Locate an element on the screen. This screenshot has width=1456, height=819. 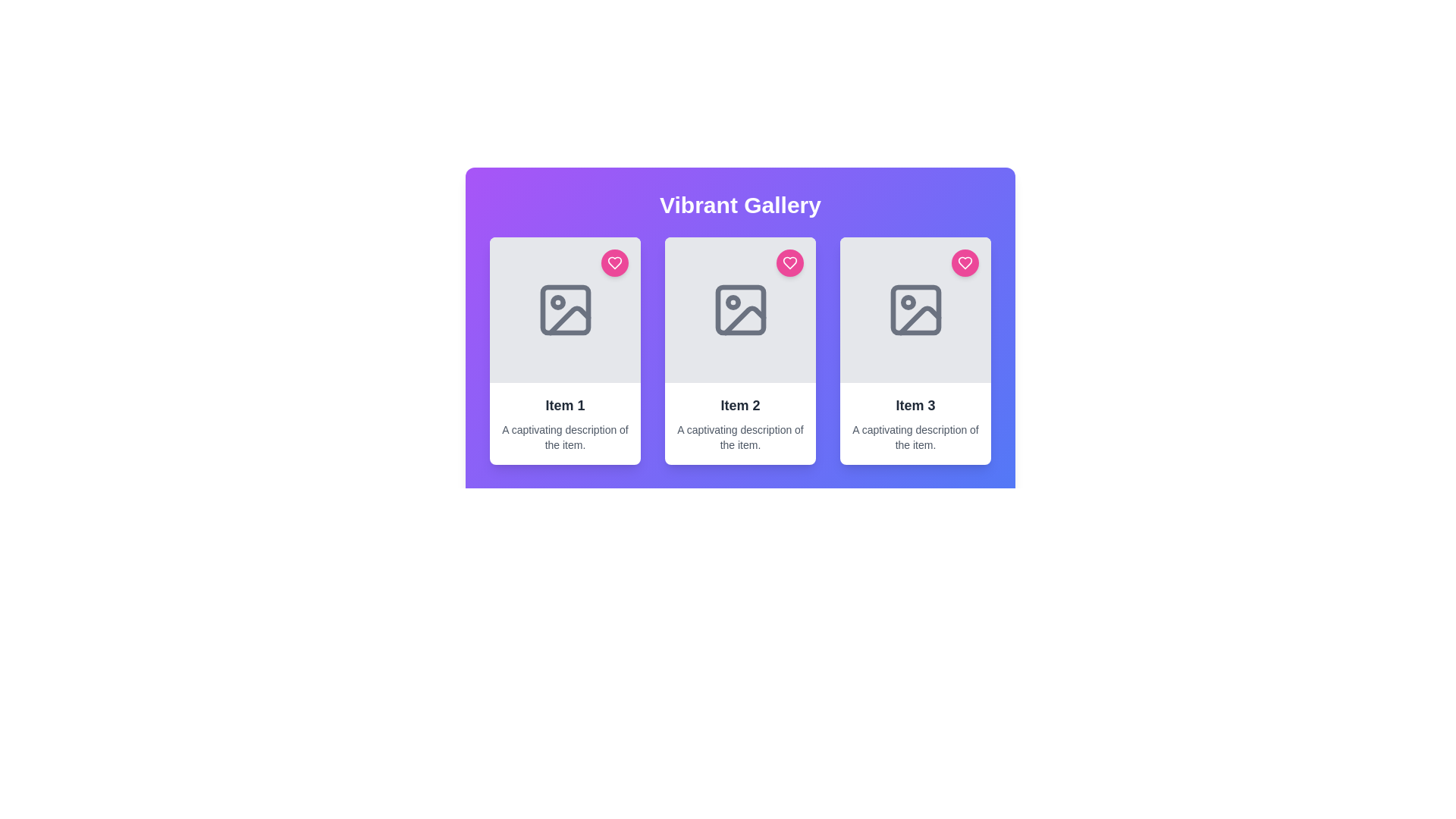
the text block element containing the heading 'Item 1' and the description is located at coordinates (564, 424).